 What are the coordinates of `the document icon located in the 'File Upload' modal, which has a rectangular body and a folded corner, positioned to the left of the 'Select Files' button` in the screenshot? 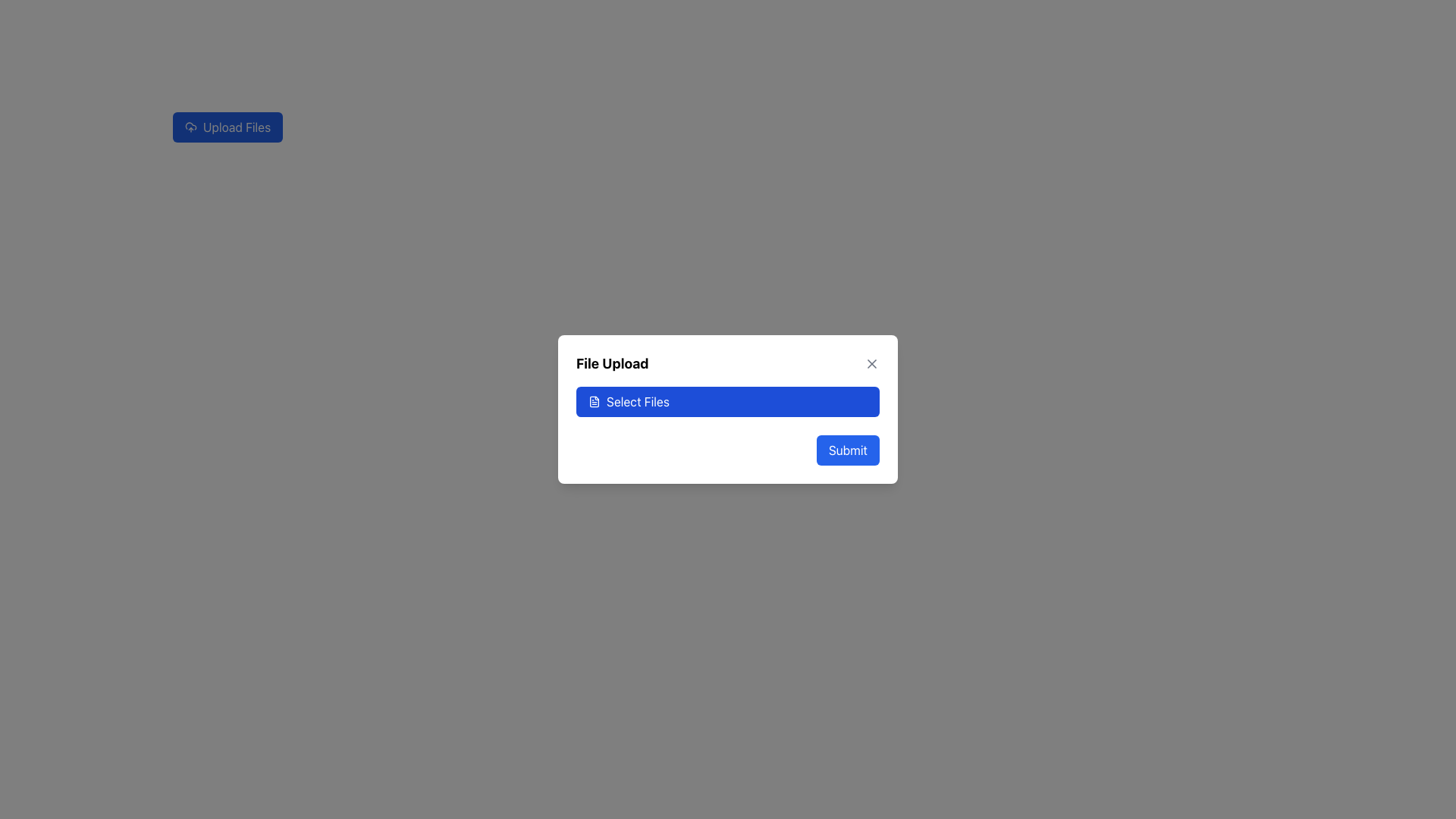 It's located at (593, 400).